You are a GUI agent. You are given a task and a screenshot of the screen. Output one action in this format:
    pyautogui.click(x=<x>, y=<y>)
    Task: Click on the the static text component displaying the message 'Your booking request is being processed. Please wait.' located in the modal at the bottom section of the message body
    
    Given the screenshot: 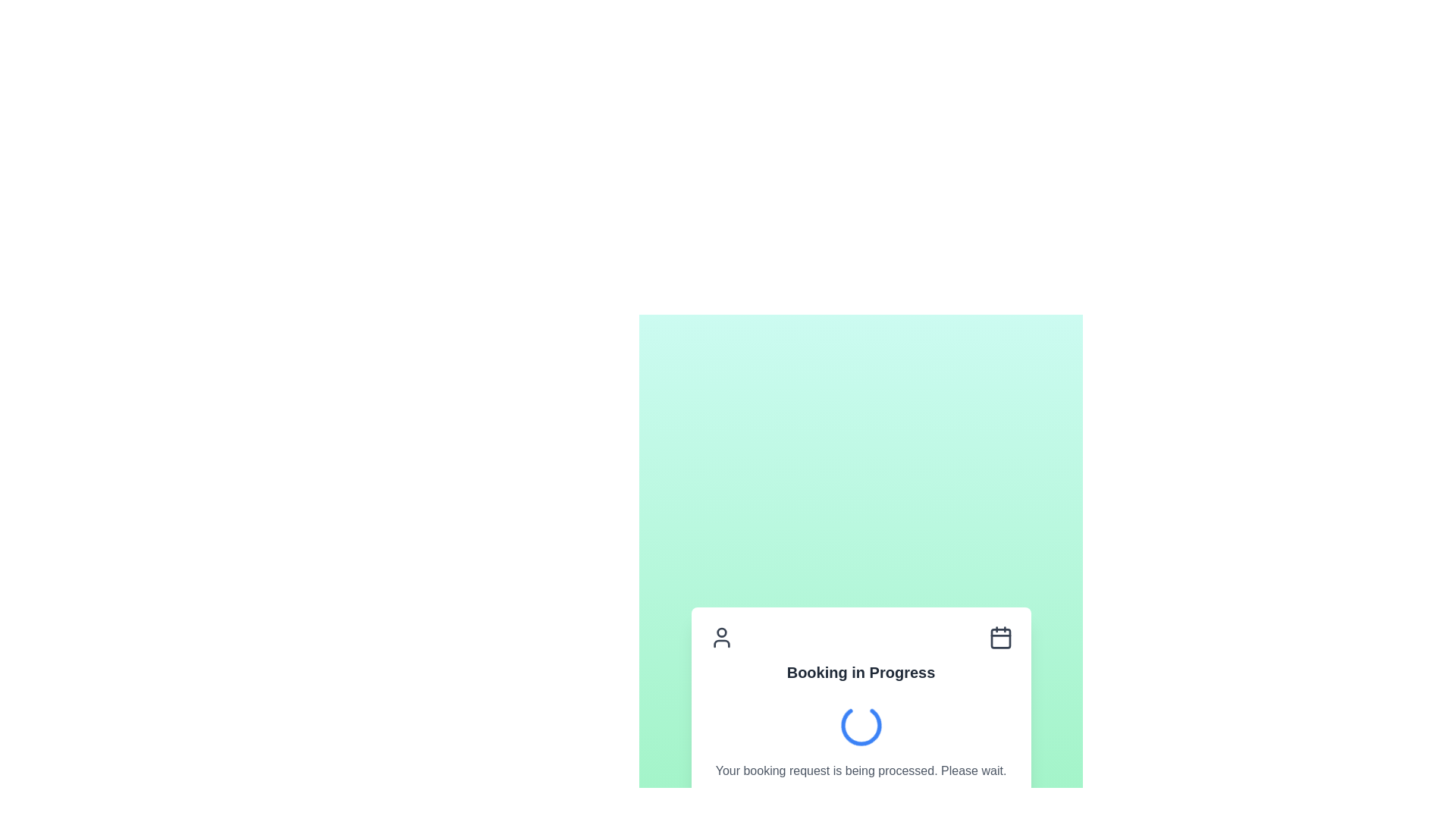 What is the action you would take?
    pyautogui.click(x=861, y=771)
    